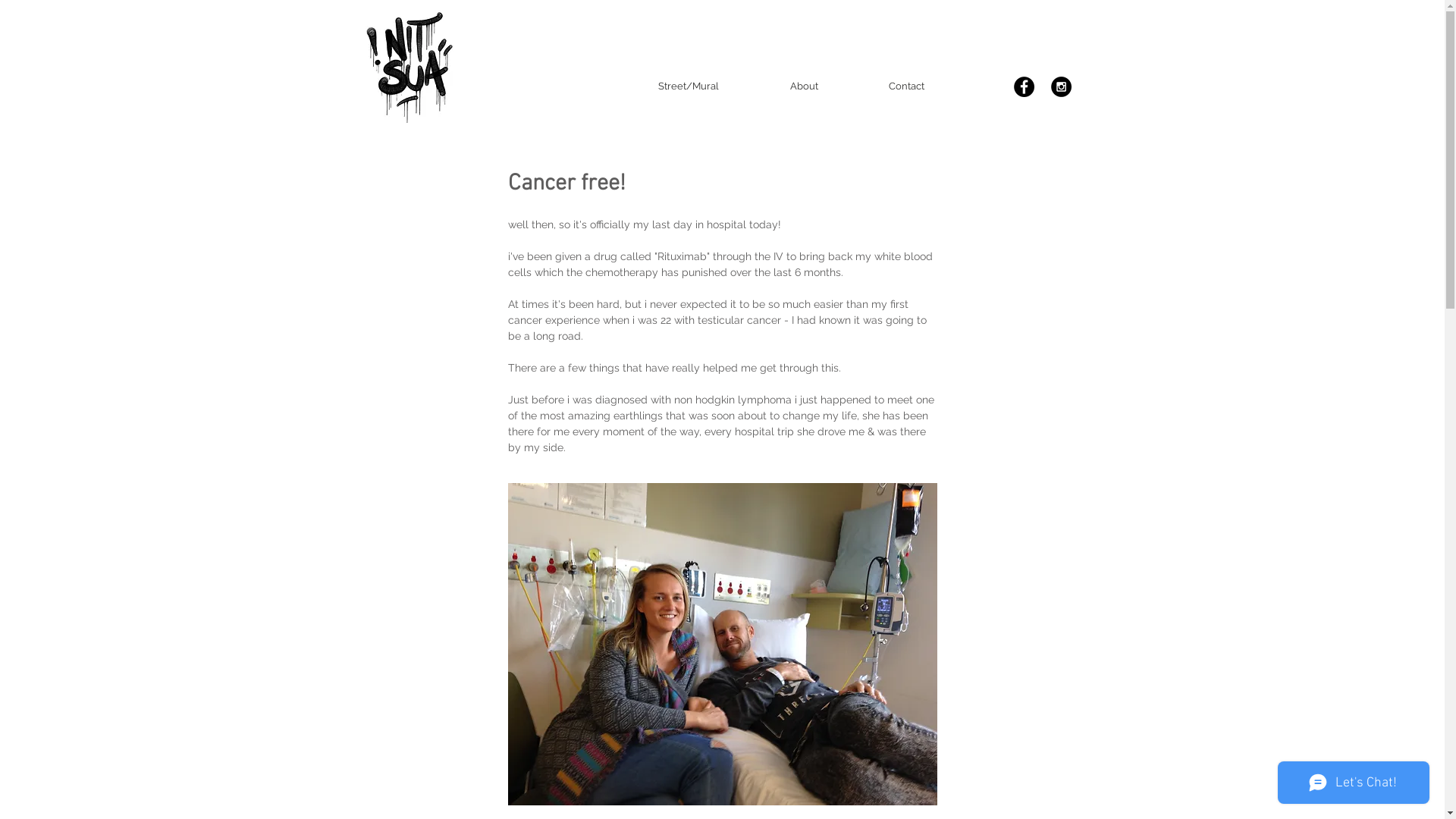  What do you see at coordinates (687, 86) in the screenshot?
I see `'Street/Mural'` at bounding box center [687, 86].